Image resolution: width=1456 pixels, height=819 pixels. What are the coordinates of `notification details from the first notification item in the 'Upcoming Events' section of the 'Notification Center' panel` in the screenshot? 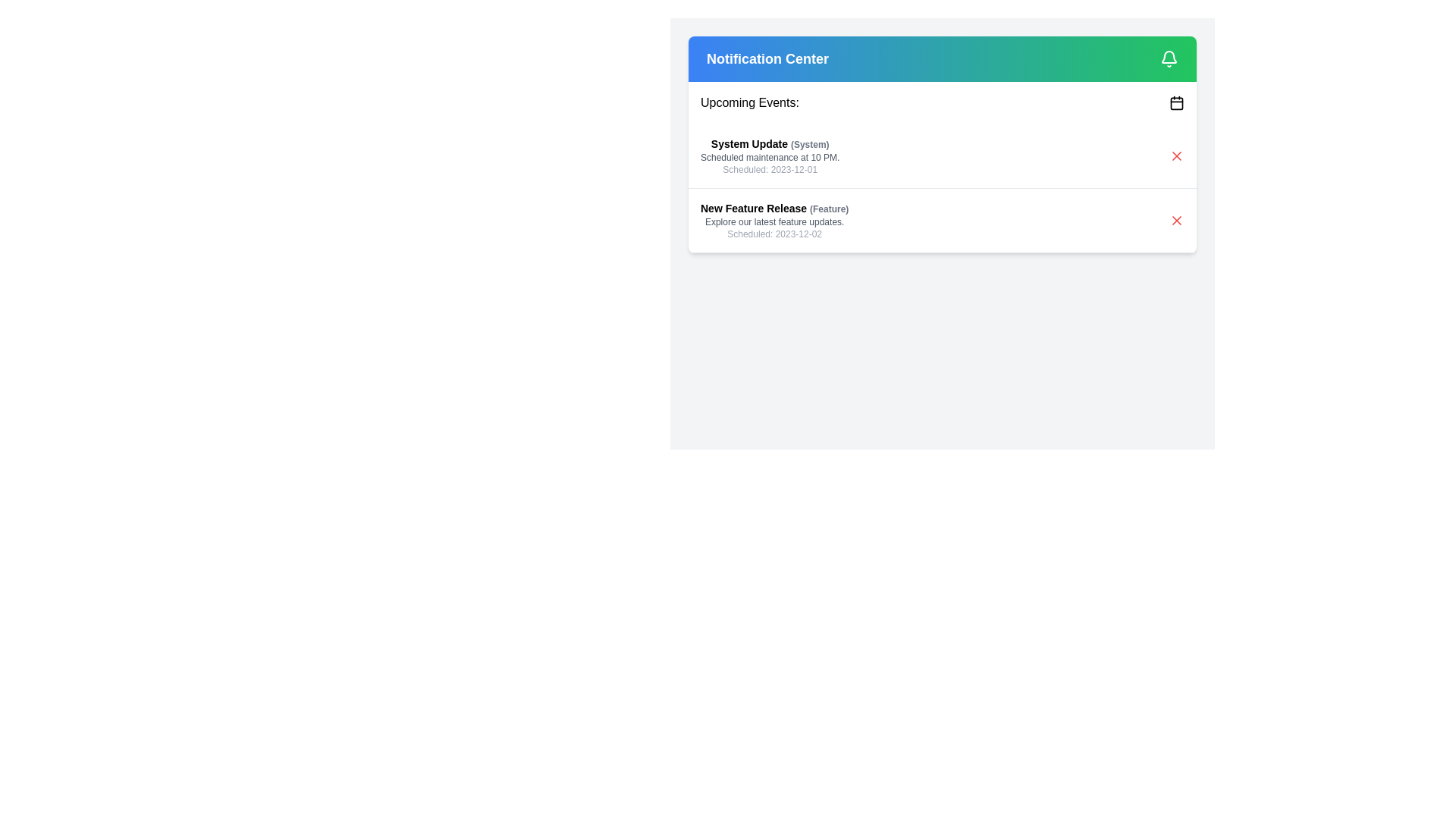 It's located at (942, 156).